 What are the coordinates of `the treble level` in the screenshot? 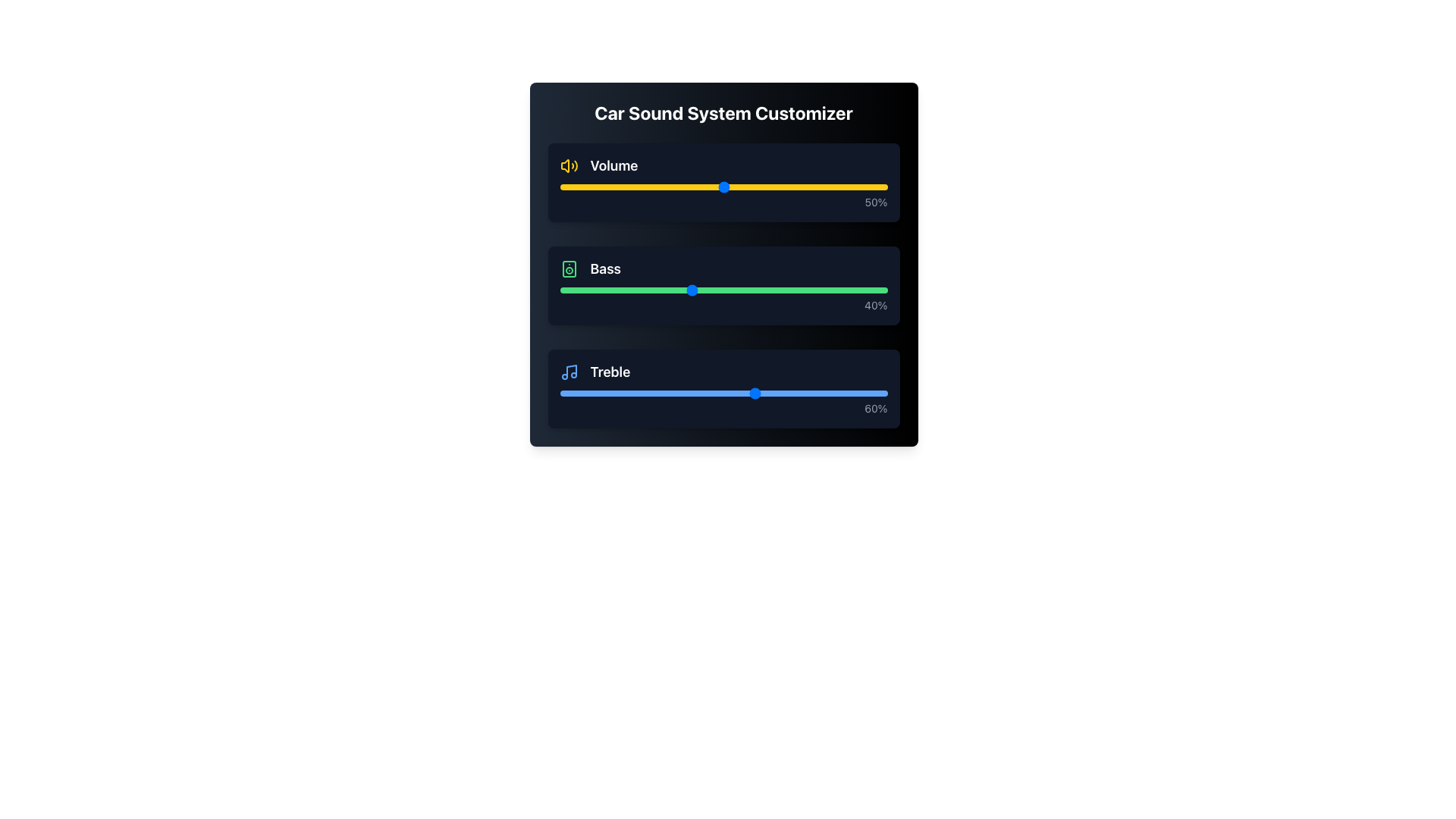 It's located at (769, 393).